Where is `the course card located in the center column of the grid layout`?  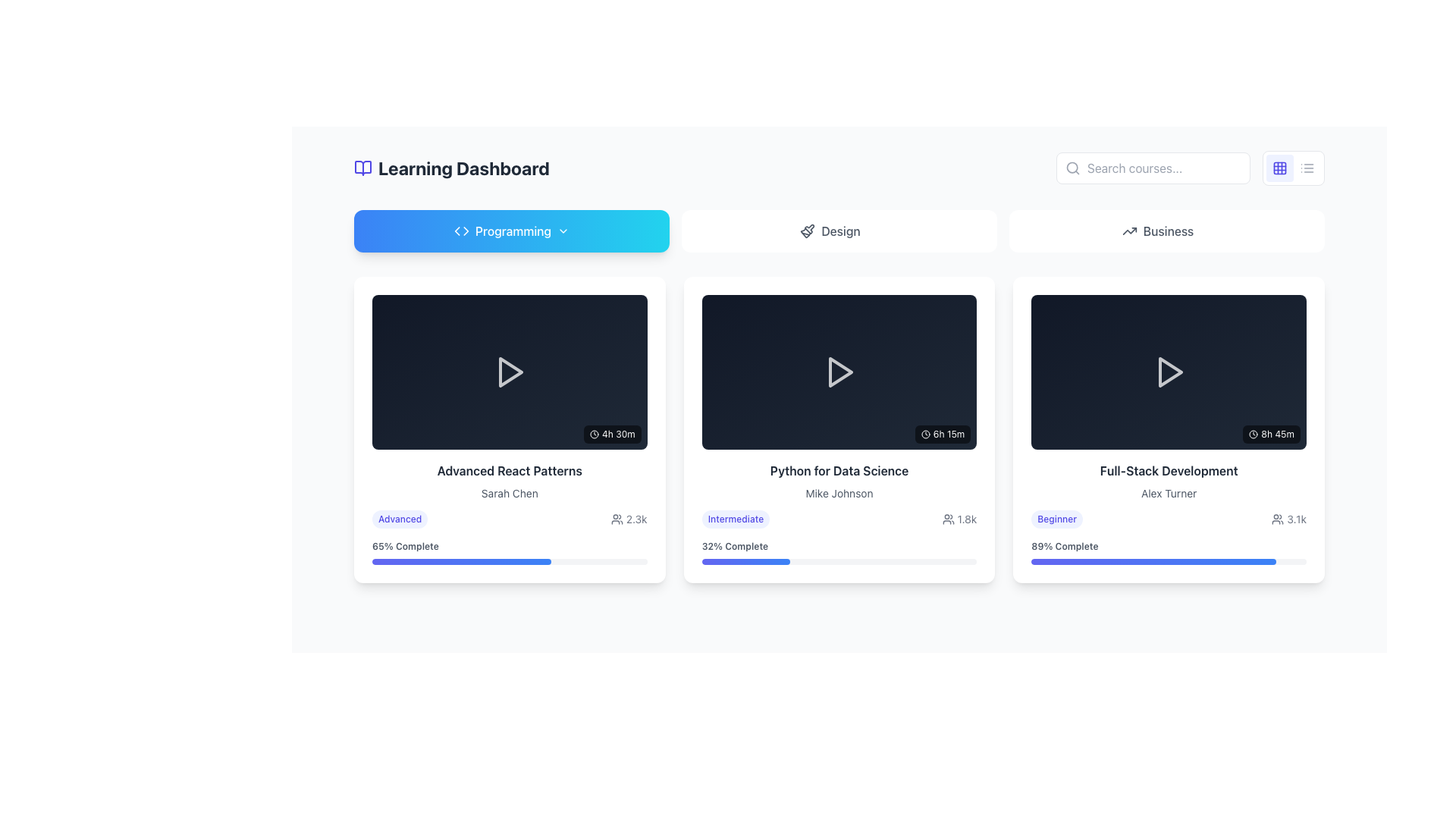
the course card located in the center column of the grid layout is located at coordinates (839, 430).